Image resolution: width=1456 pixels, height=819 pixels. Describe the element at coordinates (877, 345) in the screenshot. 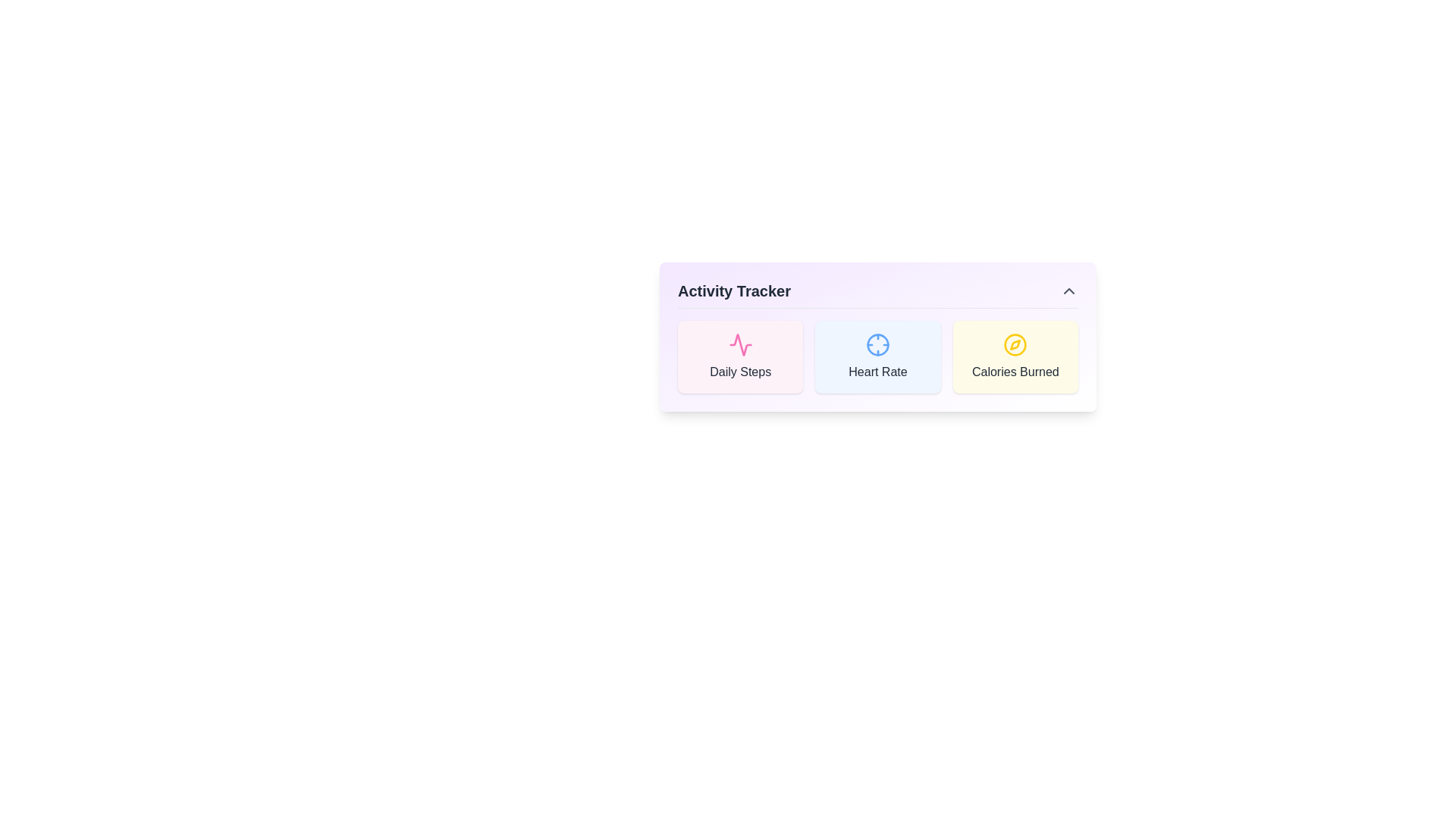

I see `the blue crosshair icon within the 'Heart Rate' section of the 'Activity Tracker' interface, positioned centrally with a light blue background` at that location.